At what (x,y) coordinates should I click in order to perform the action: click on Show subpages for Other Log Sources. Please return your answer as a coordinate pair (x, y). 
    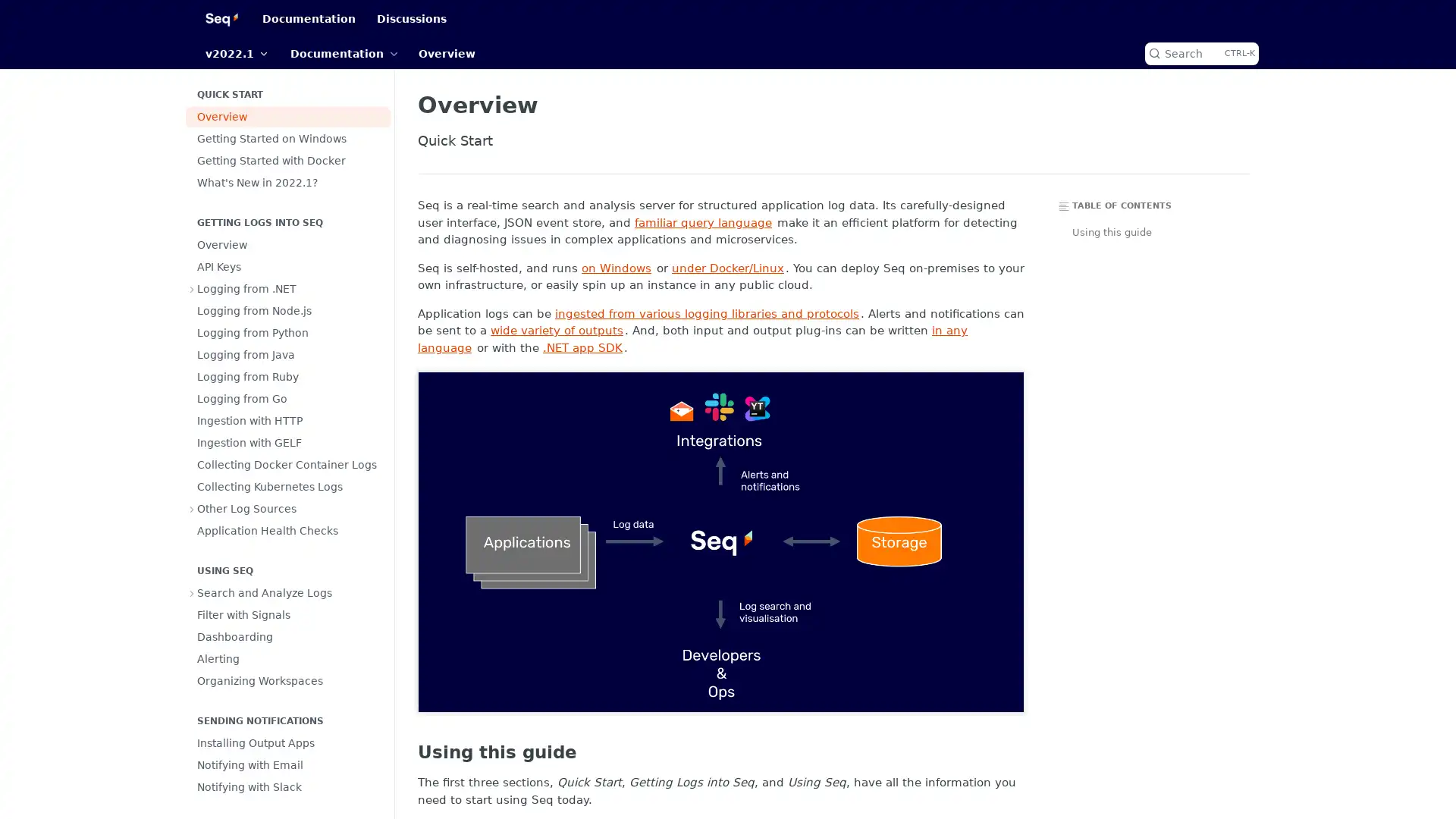
    Looking at the image, I should click on (192, 509).